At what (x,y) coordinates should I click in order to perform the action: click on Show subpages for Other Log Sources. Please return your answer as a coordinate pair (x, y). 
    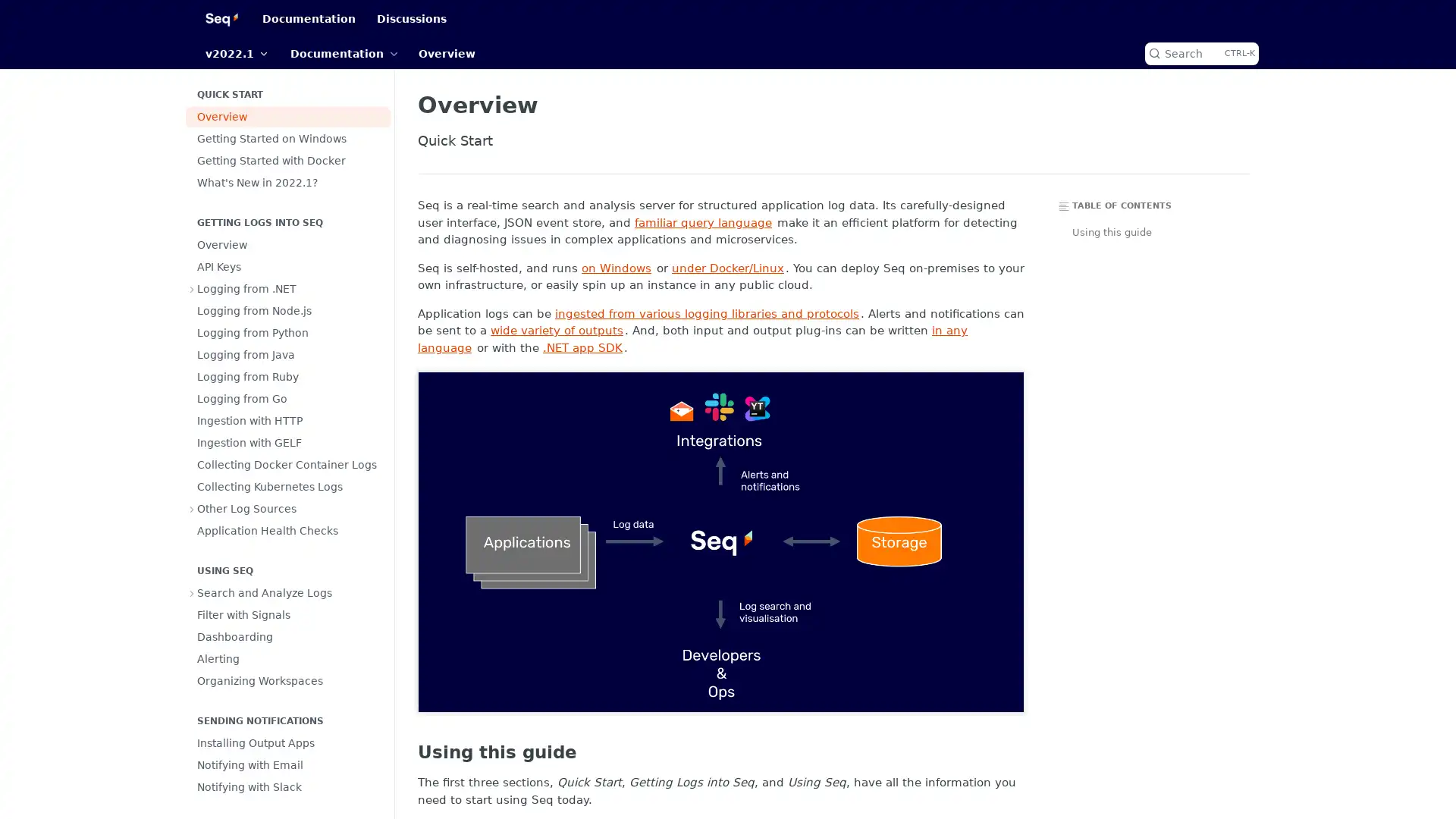
    Looking at the image, I should click on (192, 509).